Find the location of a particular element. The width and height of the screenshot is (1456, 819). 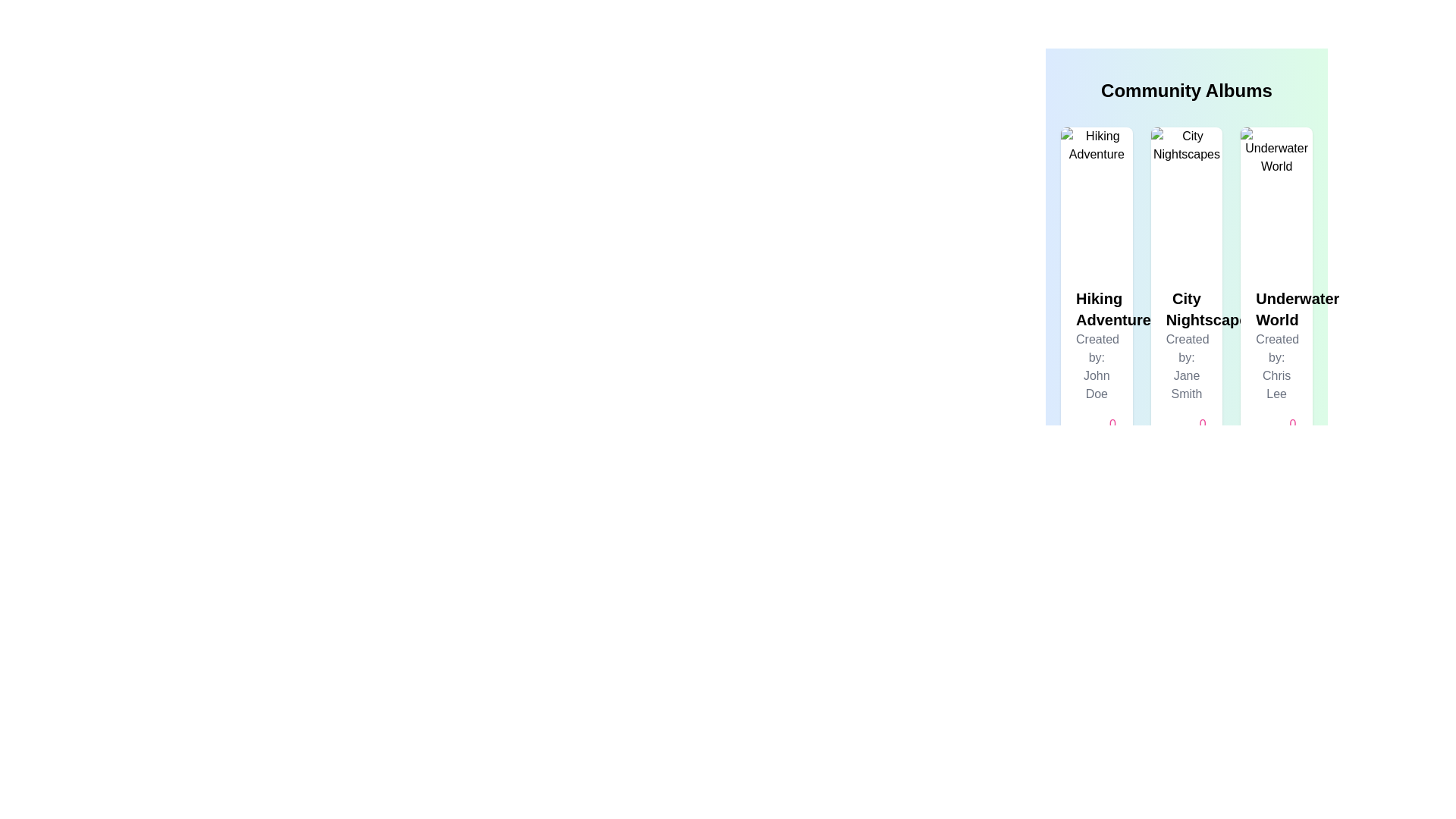

the Text label displaying creator's information for 'Hiking Adventure', located below the 'Hiking Adventure' label and above the '0 Likes Comments' section is located at coordinates (1097, 366).